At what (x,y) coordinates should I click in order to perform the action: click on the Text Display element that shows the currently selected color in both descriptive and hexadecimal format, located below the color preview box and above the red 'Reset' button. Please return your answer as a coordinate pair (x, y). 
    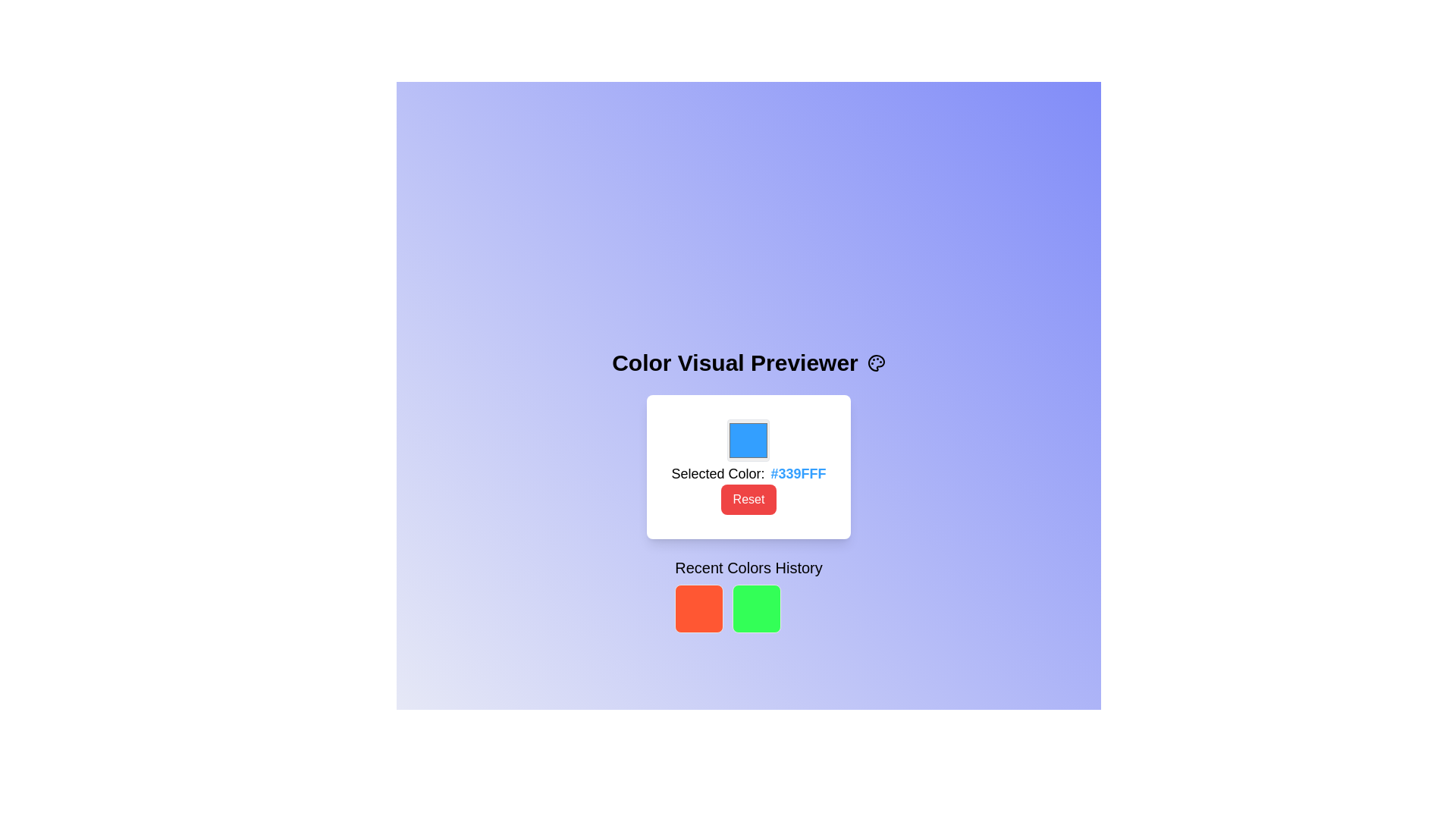
    Looking at the image, I should click on (748, 472).